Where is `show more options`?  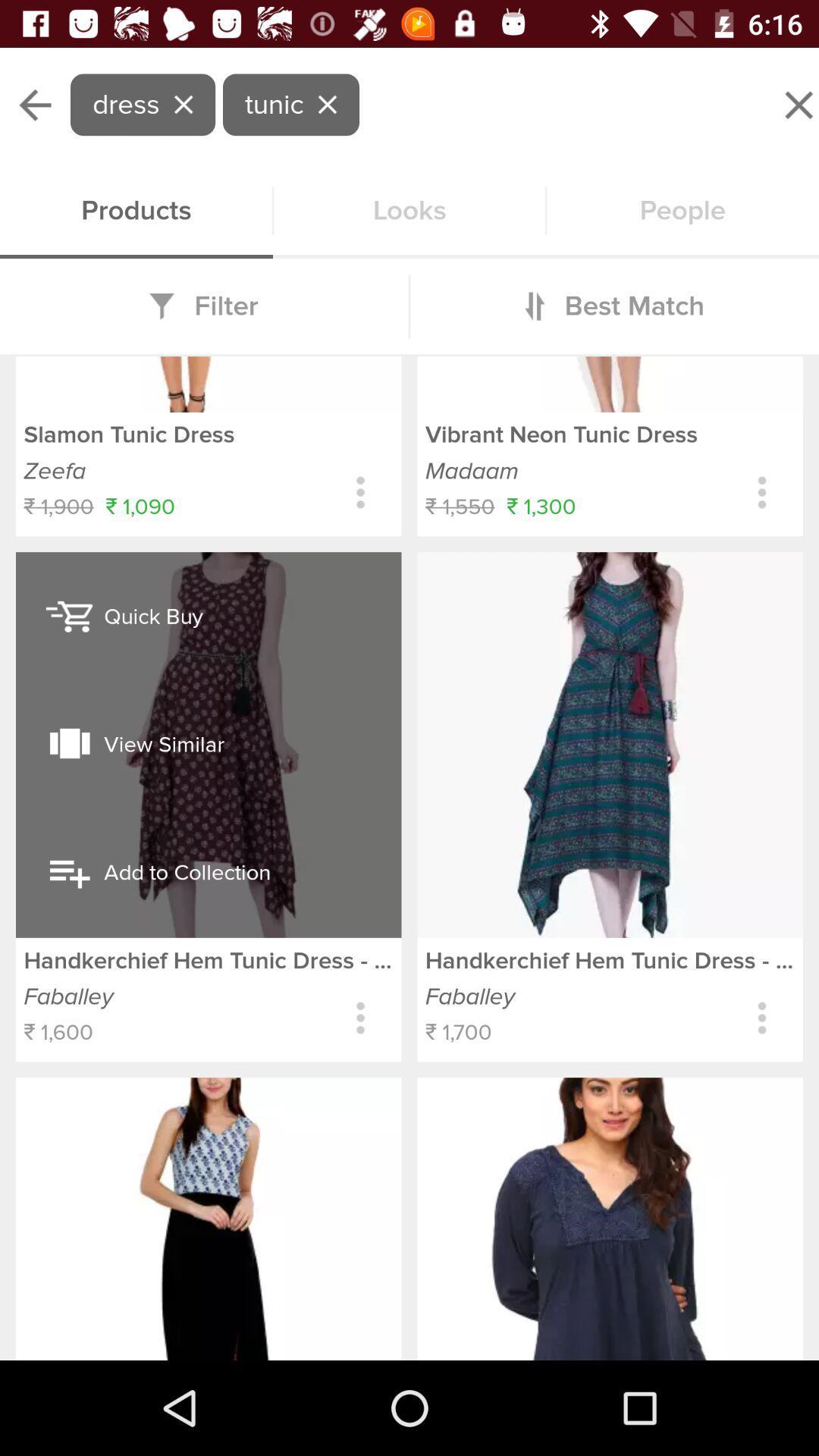 show more options is located at coordinates (360, 492).